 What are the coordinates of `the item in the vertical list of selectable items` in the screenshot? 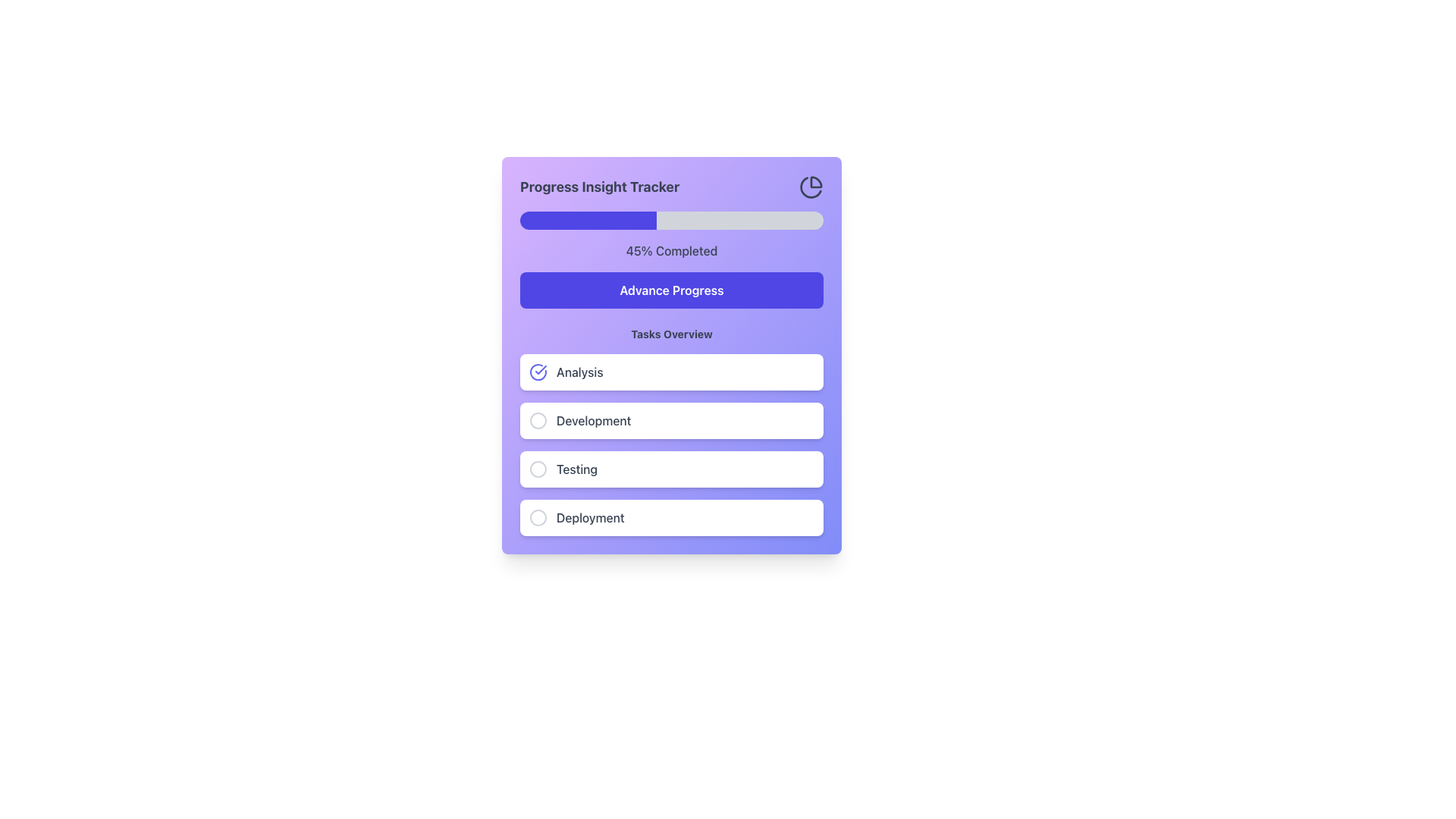 It's located at (671, 444).